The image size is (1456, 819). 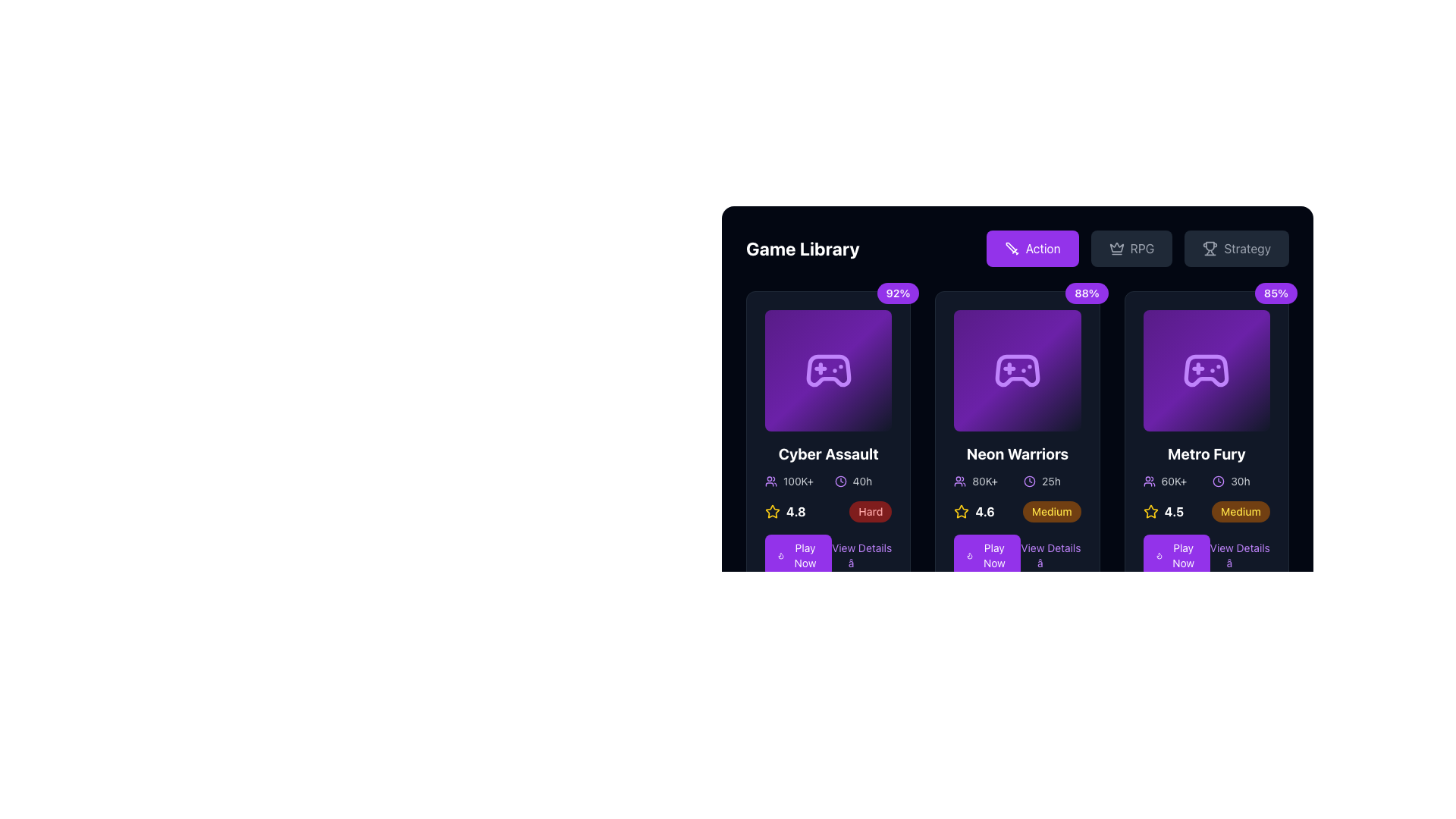 What do you see at coordinates (797, 555) in the screenshot?
I see `the button that starts or accesses the game 'Cyber Assault' to observe the color change effect` at bounding box center [797, 555].